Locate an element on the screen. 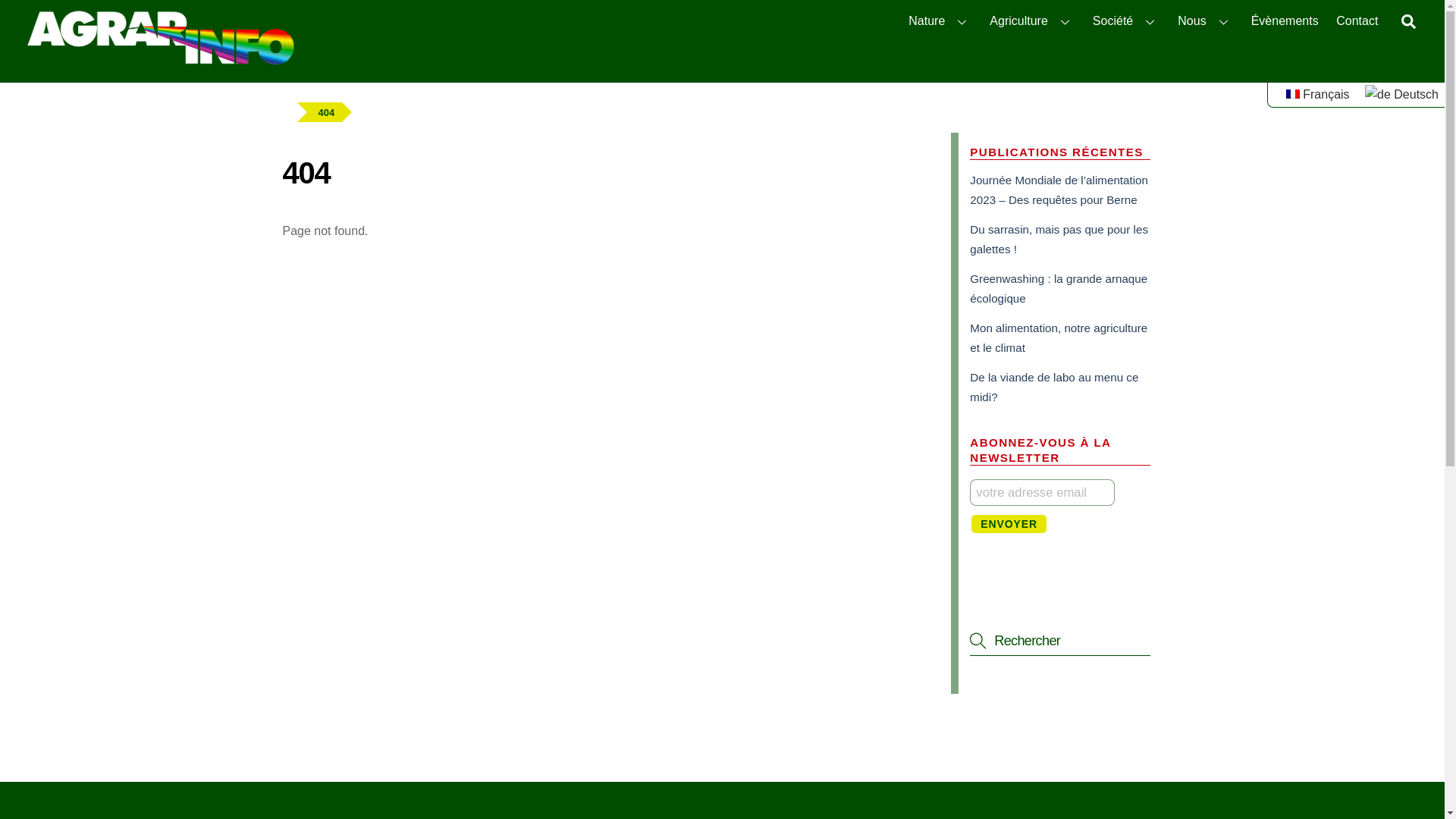  'Du sarrasin, mais pas que pour les galettes !' is located at coordinates (1058, 239).